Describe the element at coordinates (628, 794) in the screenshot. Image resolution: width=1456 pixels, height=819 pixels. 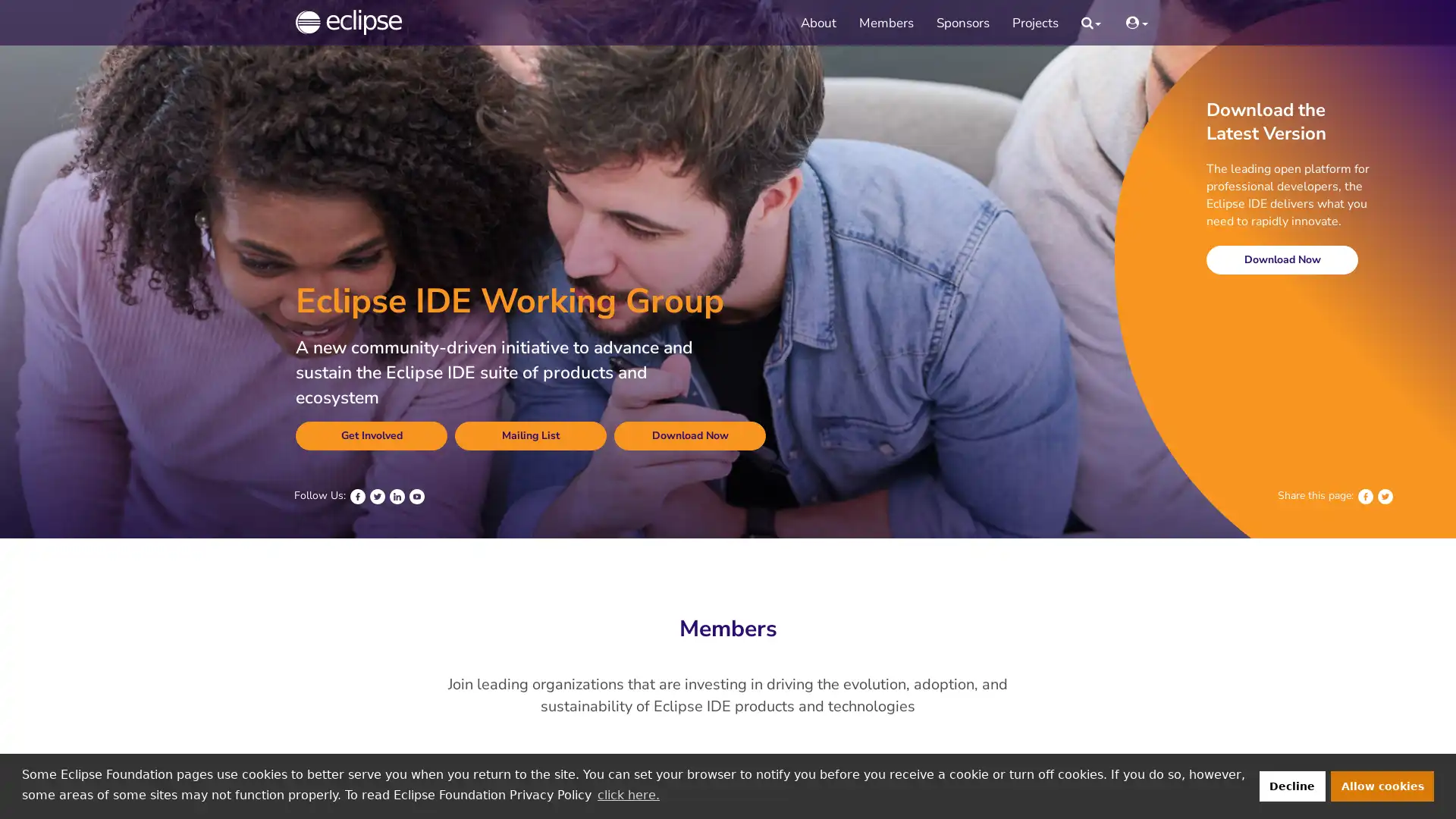
I see `learn more about cookies` at that location.